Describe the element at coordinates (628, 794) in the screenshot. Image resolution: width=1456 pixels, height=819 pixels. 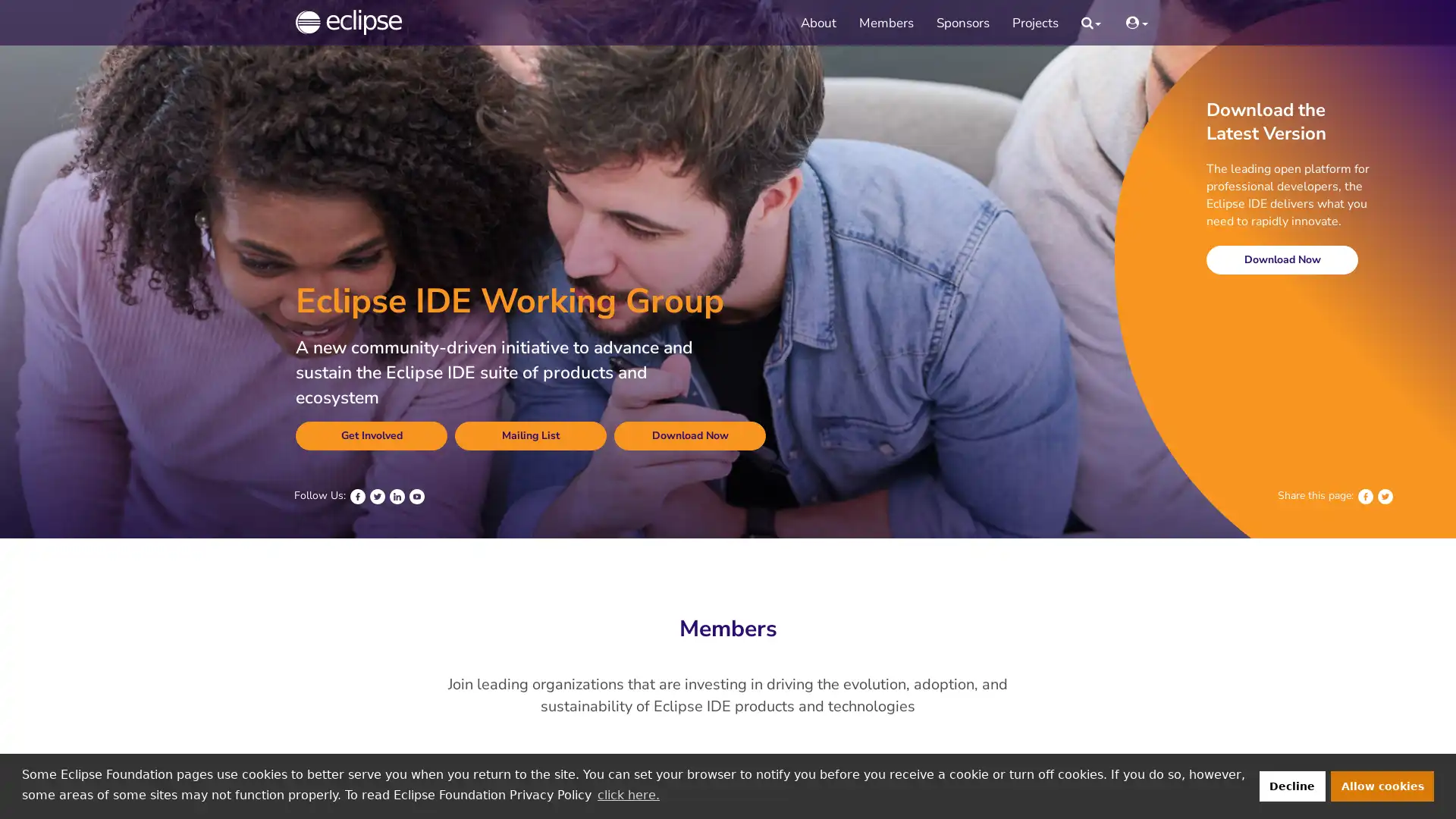
I see `learn more about cookies` at that location.